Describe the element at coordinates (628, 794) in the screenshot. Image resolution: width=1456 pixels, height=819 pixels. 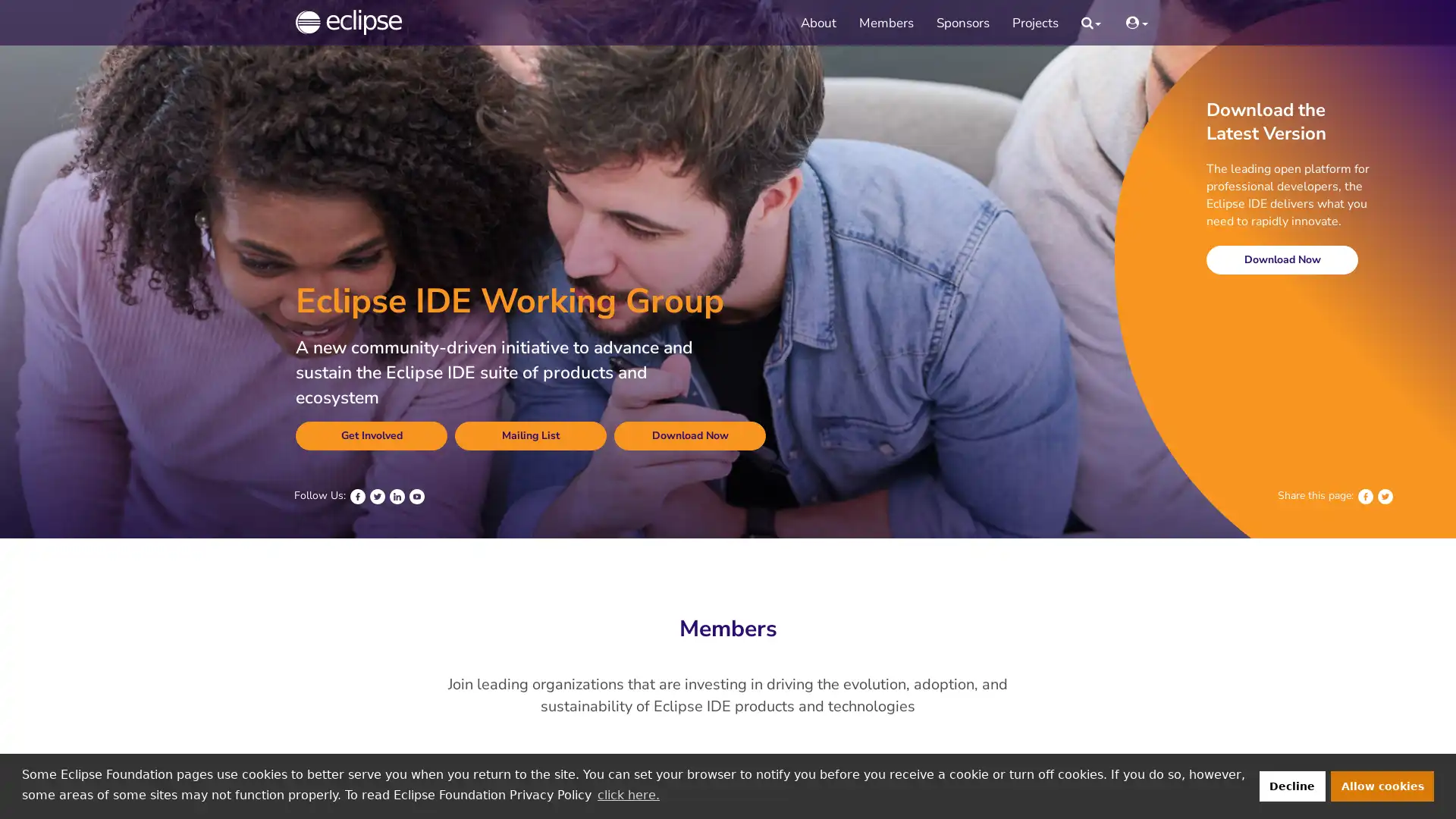
I see `learn more about cookies` at that location.